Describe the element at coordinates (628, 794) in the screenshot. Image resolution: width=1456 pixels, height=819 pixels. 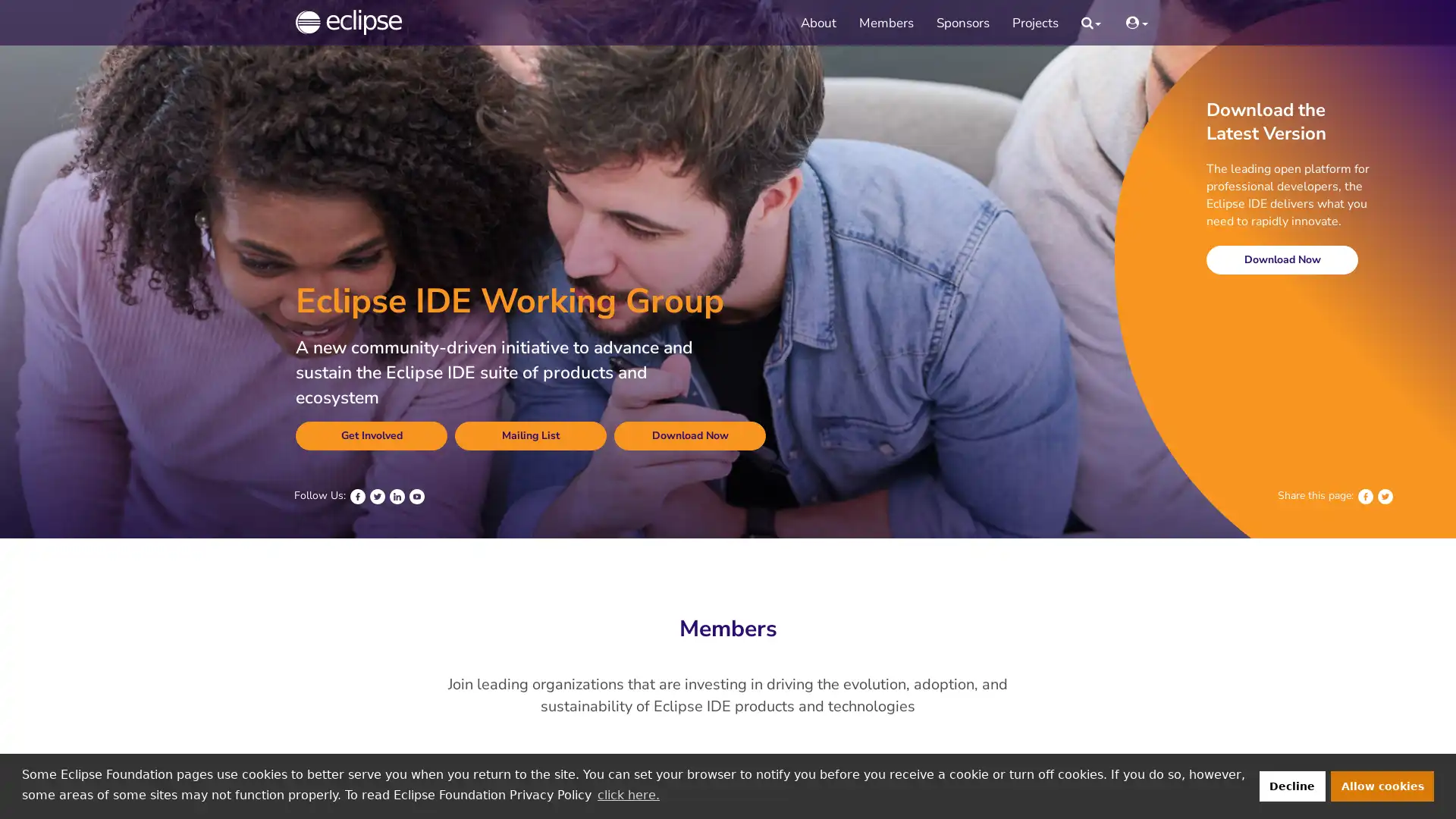
I see `learn more about cookies` at that location.